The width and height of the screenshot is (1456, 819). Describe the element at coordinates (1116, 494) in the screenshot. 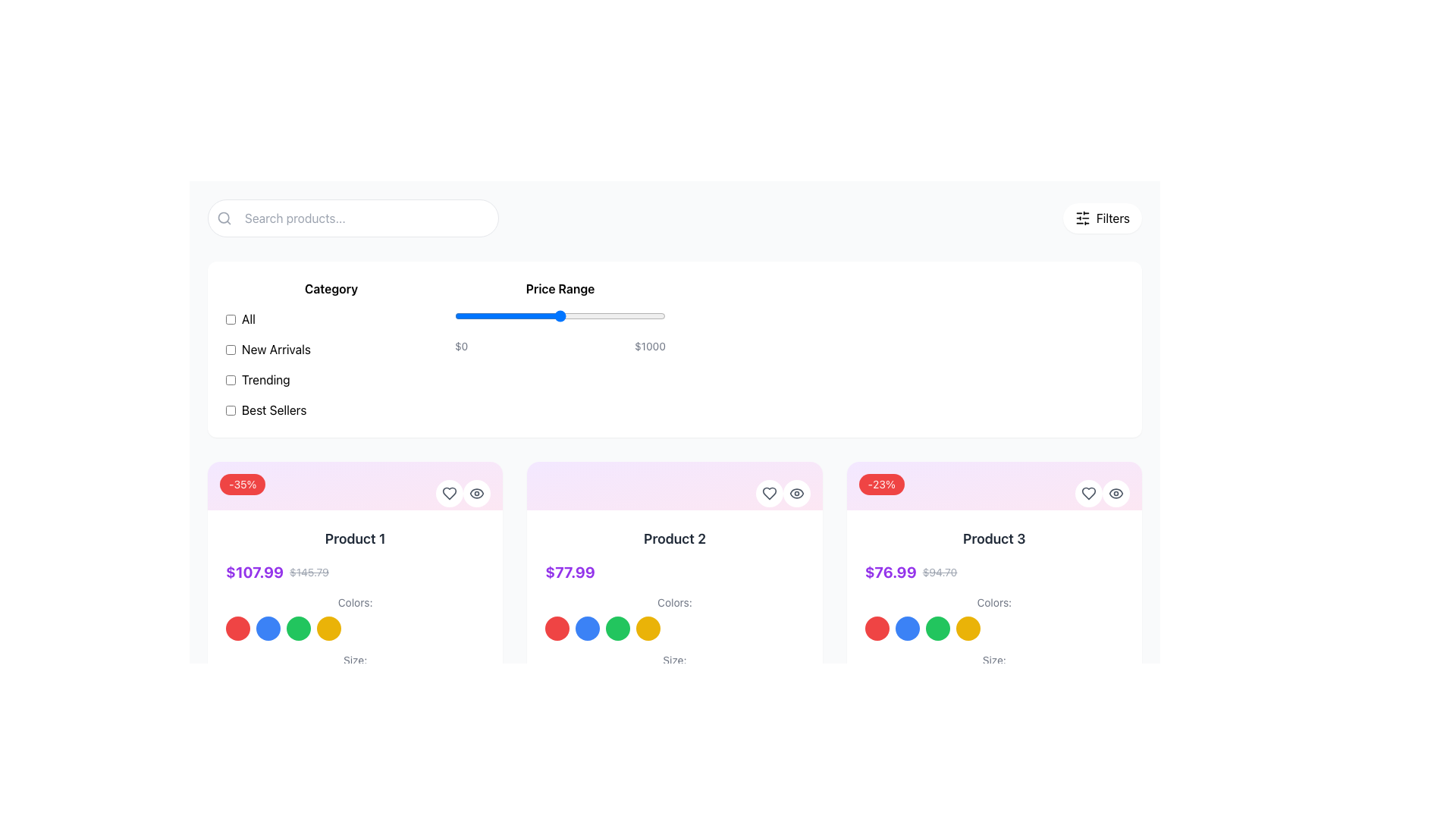

I see `the circular button with a white background and eye icon located in the top-right corner of the product card for 'Product 3'` at that location.